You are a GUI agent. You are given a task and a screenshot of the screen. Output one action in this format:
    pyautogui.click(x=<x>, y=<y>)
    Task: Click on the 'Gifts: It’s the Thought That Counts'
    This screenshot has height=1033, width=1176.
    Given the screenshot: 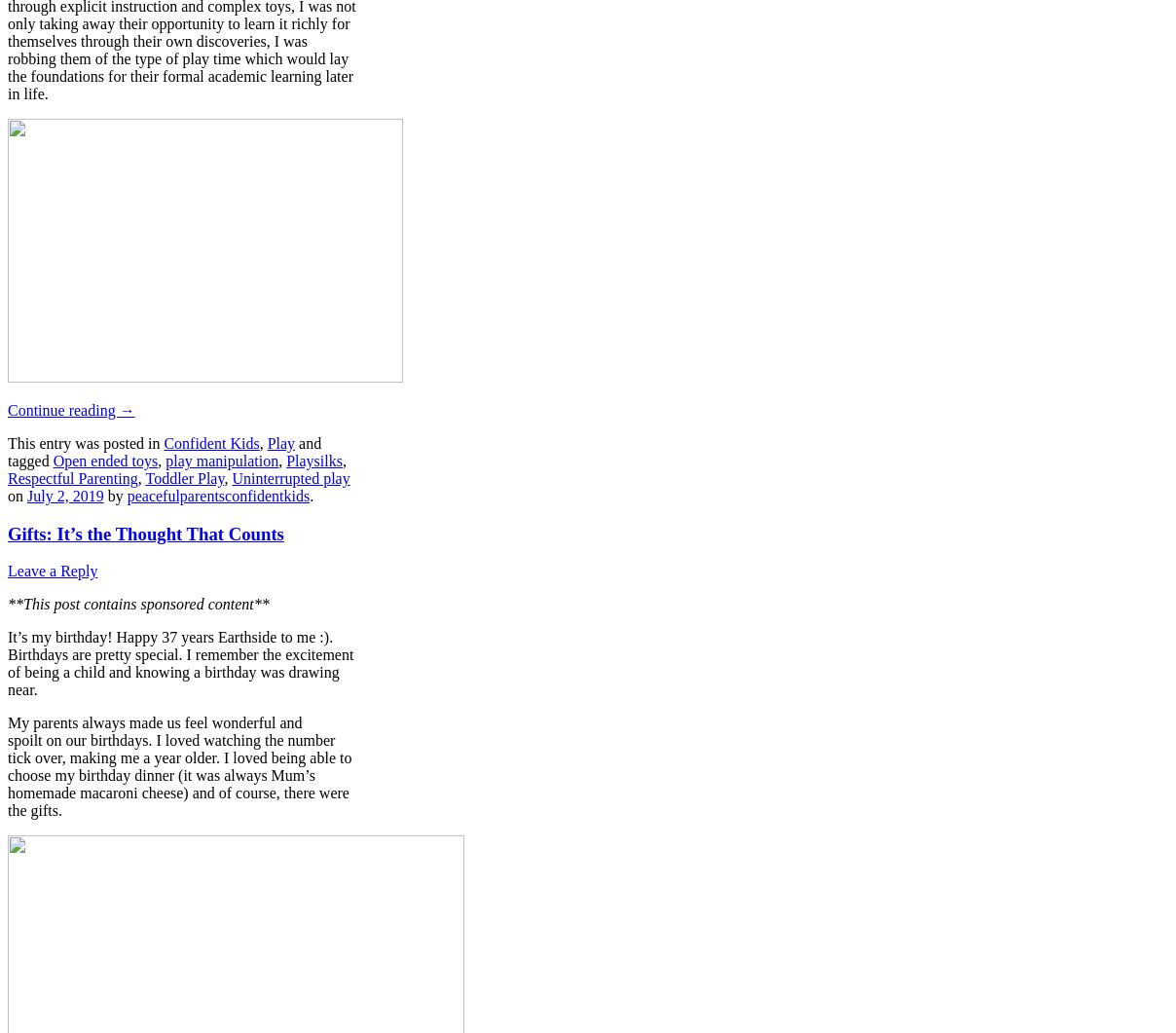 What is the action you would take?
    pyautogui.click(x=144, y=532)
    